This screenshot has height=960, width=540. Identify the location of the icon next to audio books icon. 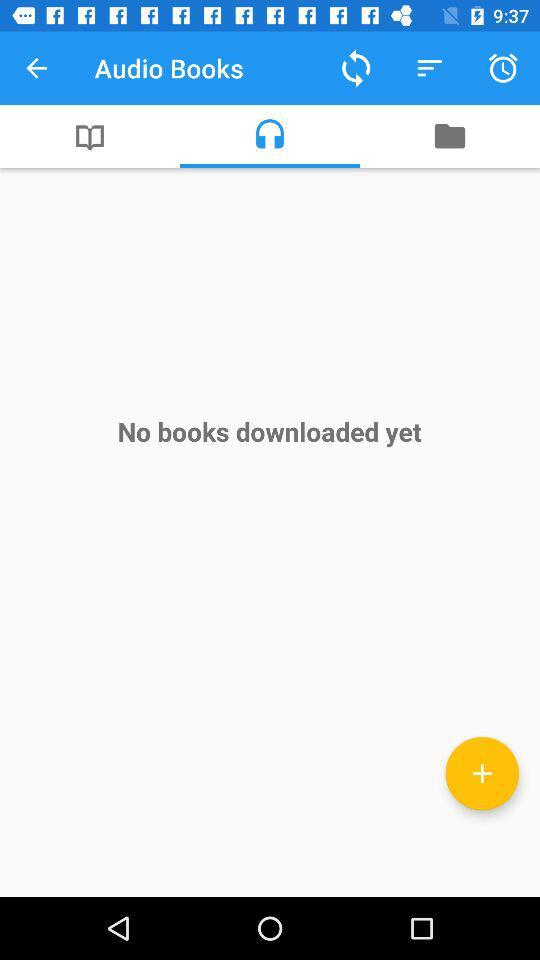
(36, 68).